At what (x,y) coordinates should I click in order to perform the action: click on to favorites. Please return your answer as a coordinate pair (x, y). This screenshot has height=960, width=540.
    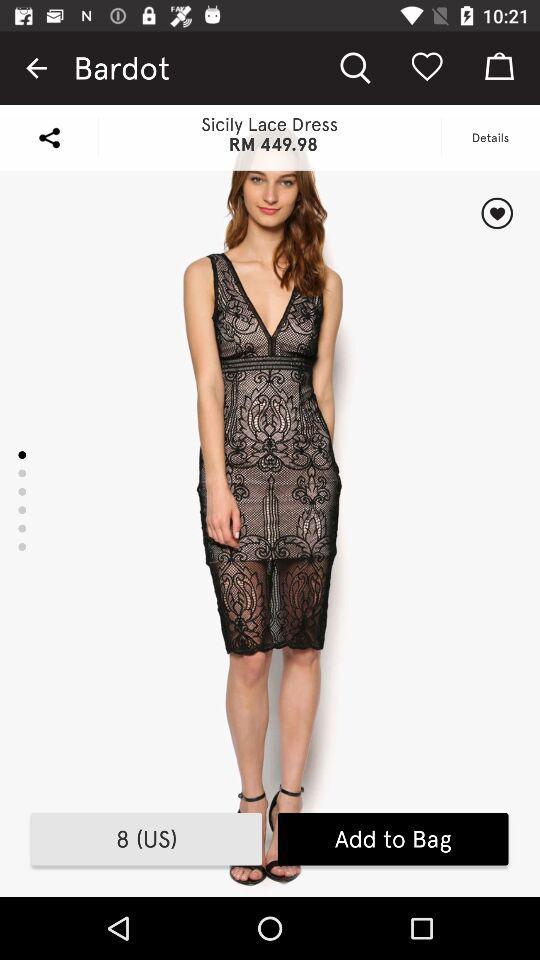
    Looking at the image, I should click on (496, 213).